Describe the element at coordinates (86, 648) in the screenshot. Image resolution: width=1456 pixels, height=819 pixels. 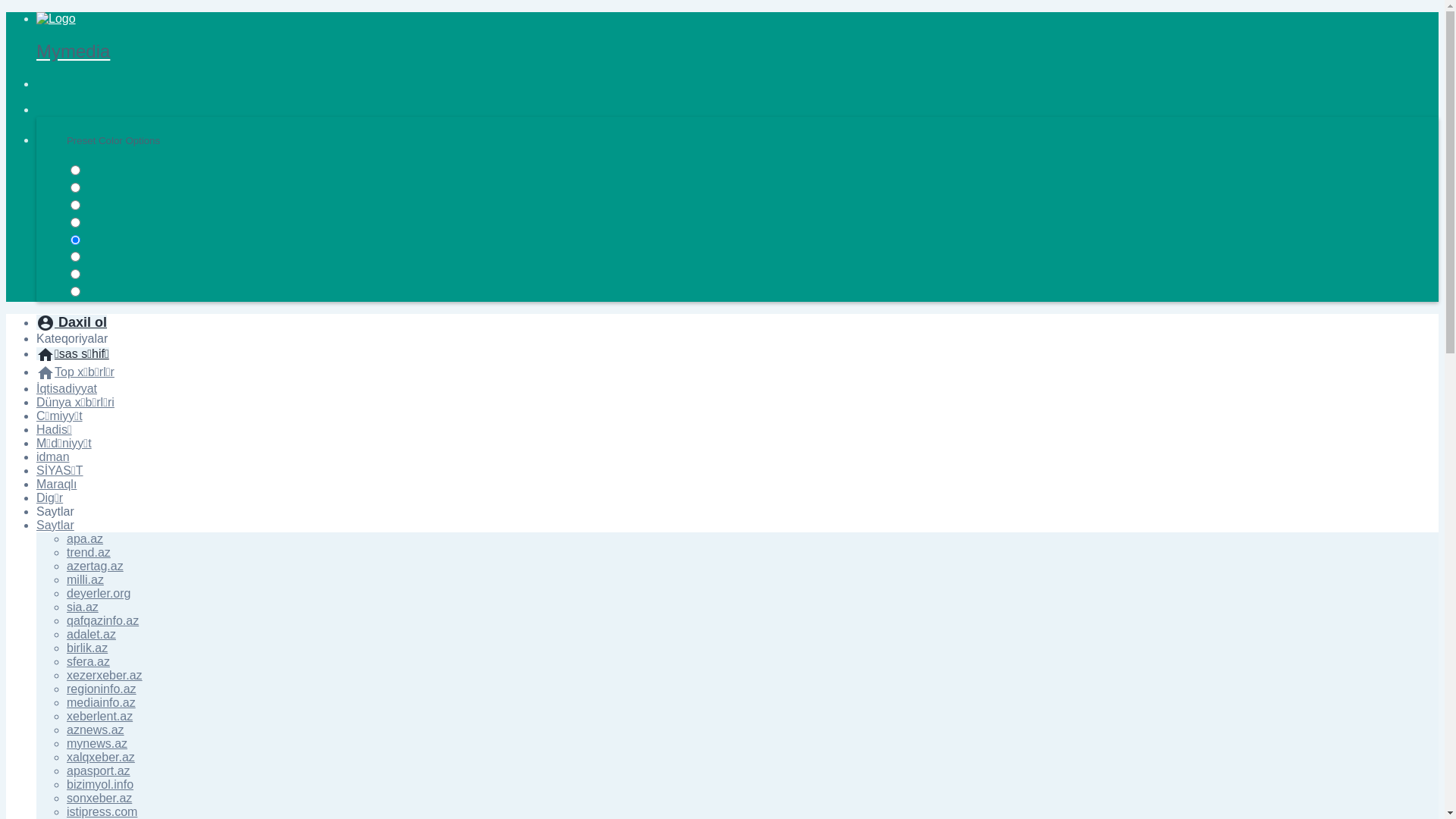
I see `'birlik.az'` at that location.